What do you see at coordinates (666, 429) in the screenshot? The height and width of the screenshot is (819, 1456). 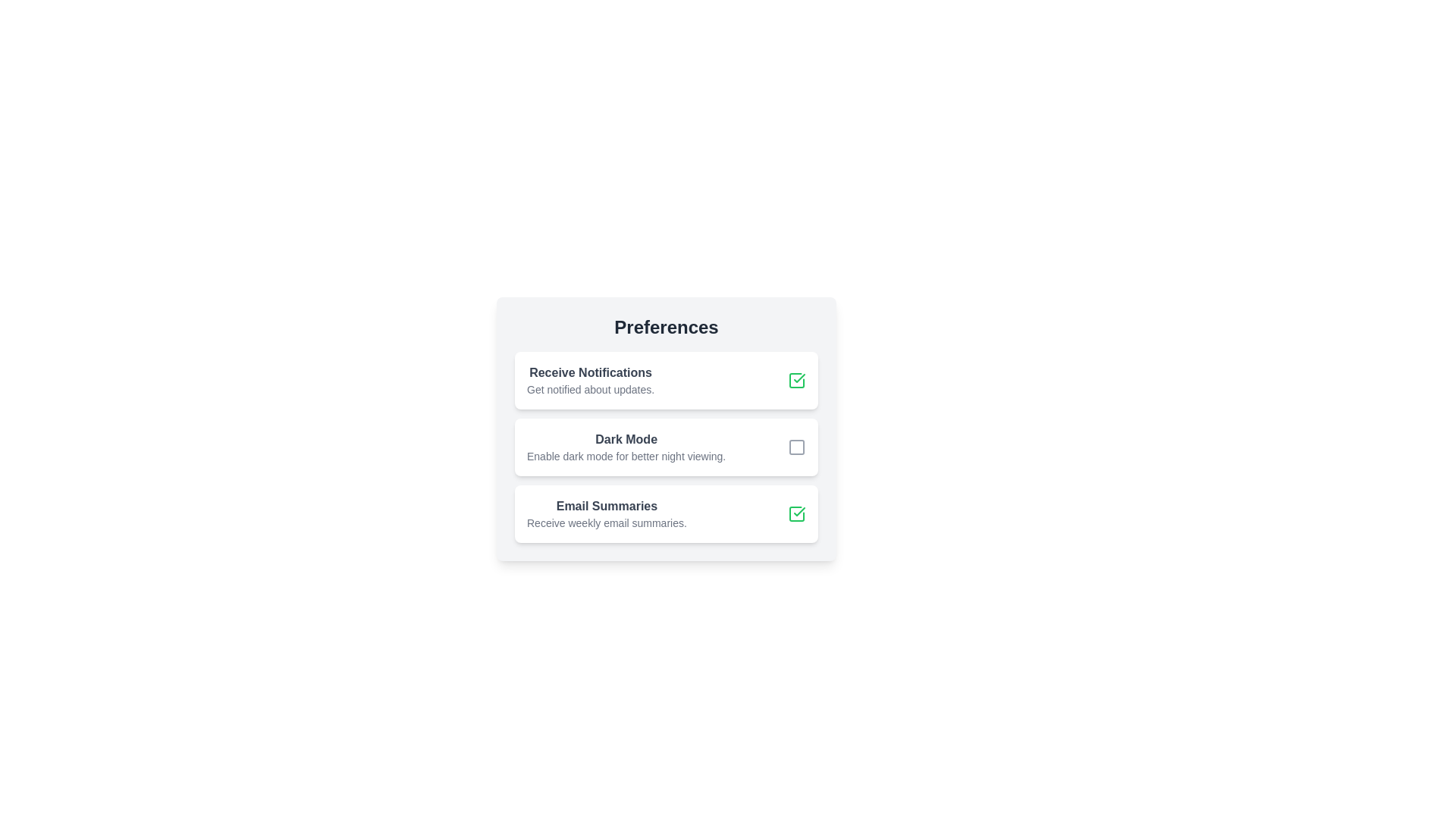 I see `title and description of the dark mode setting checkbox card, which is the second card in the preferences section, located between the 'Receive Notifications' card and the 'Email Summaries' card` at bounding box center [666, 429].